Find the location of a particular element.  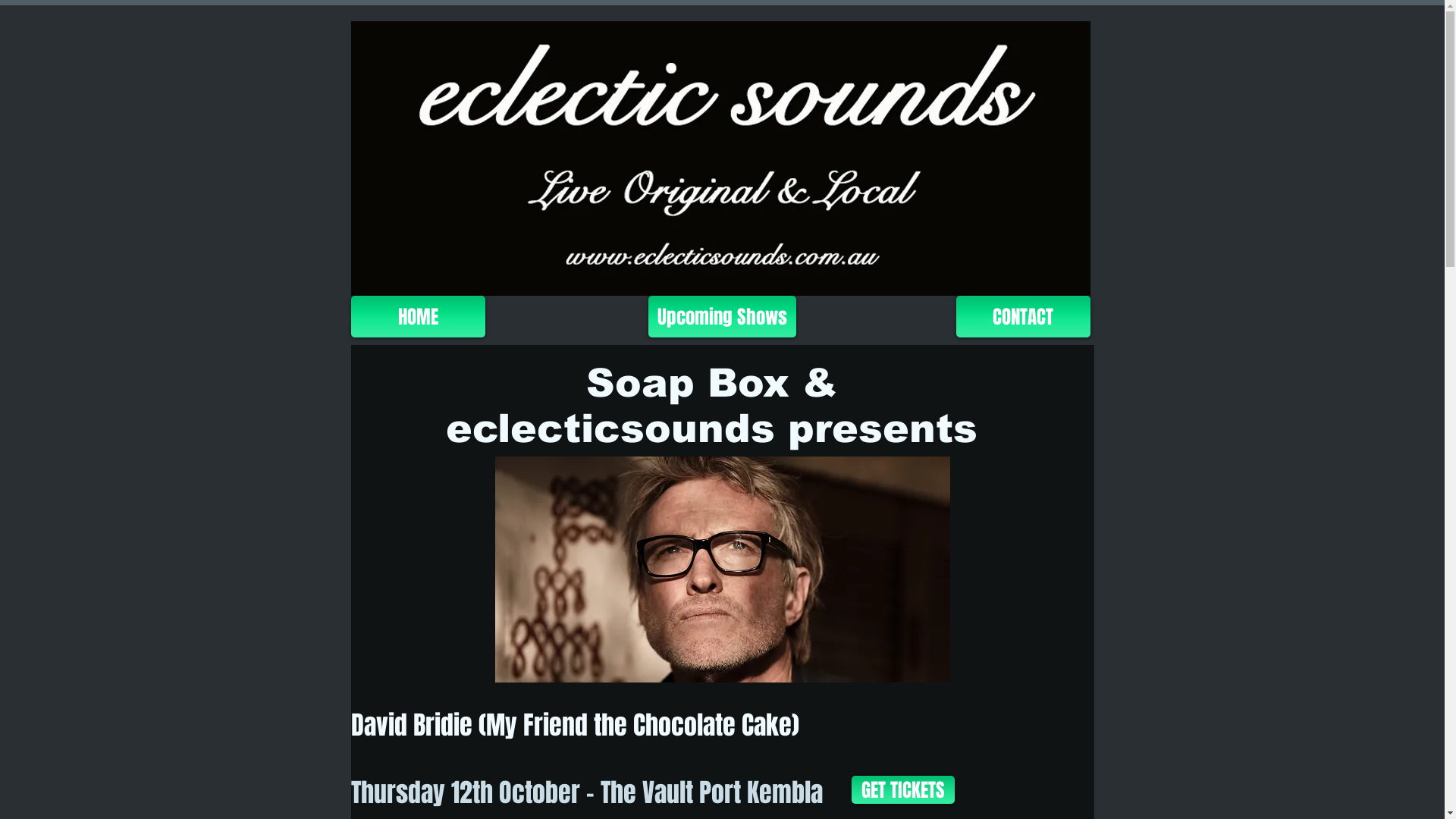

'GET TICKETS' is located at coordinates (902, 789).